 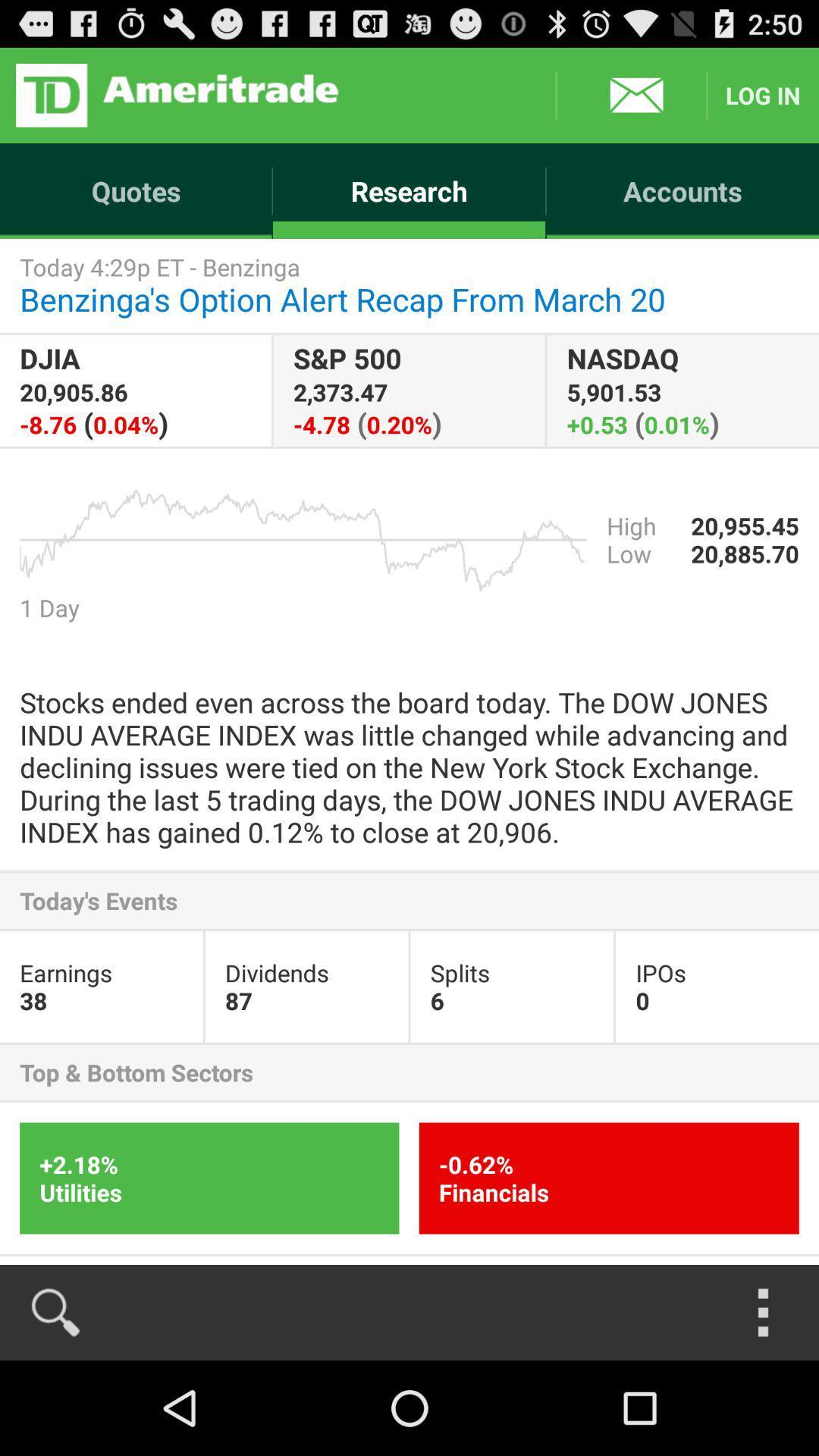 What do you see at coordinates (408, 190) in the screenshot?
I see `app to the left of the accounts app` at bounding box center [408, 190].